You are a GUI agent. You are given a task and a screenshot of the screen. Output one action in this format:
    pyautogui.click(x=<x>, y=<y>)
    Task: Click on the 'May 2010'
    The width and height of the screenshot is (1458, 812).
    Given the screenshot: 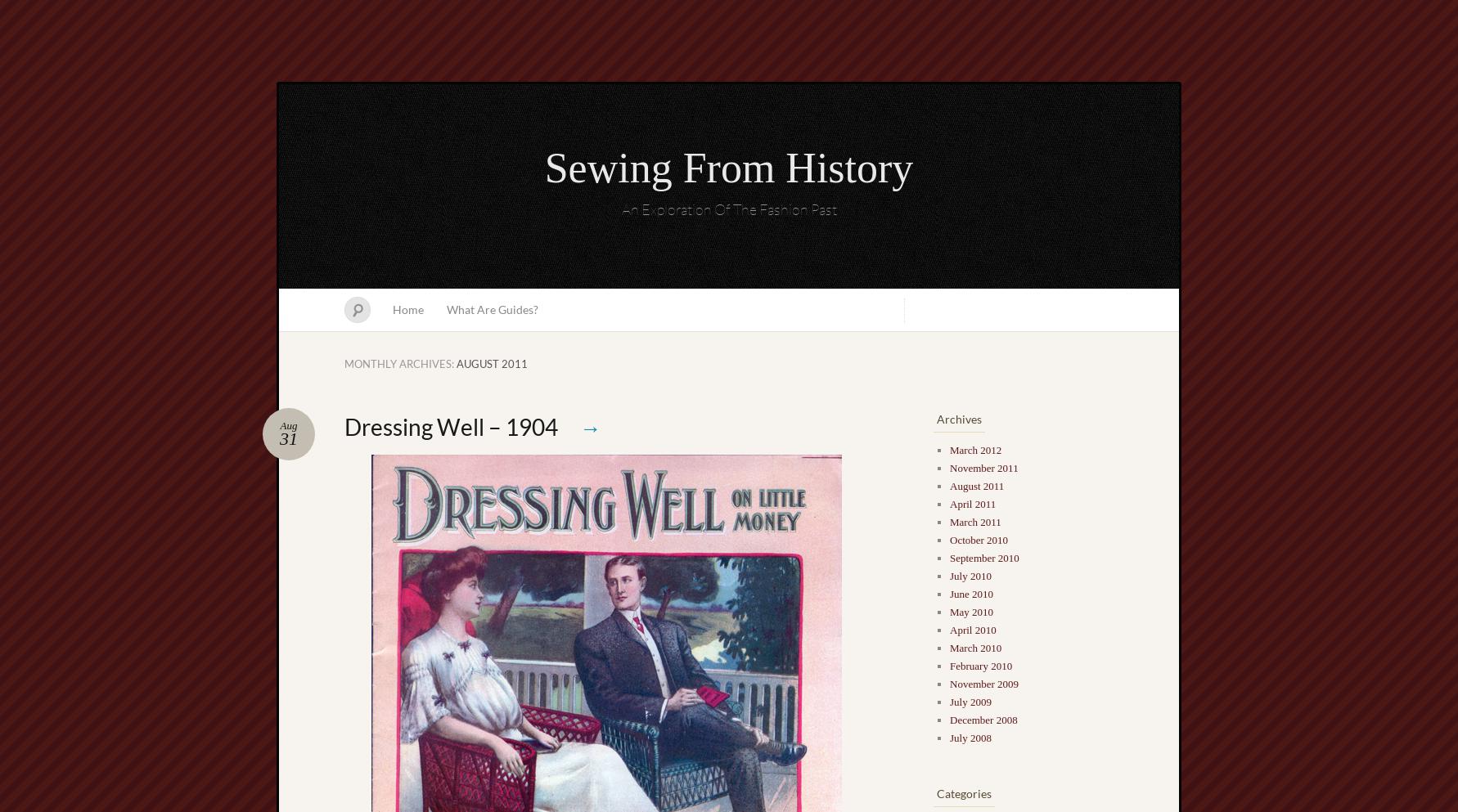 What is the action you would take?
    pyautogui.click(x=970, y=612)
    